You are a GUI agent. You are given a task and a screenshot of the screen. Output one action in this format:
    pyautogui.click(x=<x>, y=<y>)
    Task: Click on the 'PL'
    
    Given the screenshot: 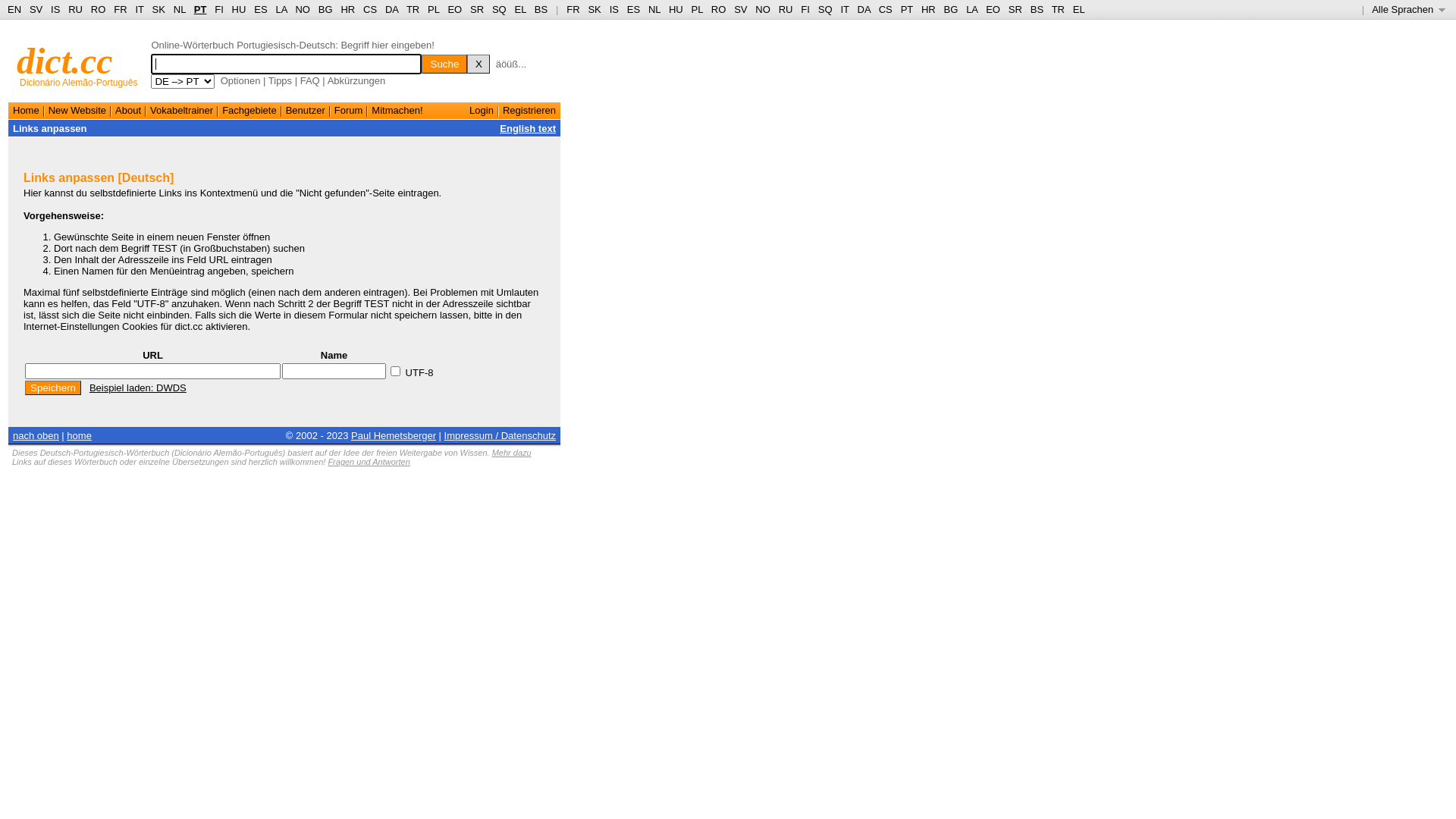 What is the action you would take?
    pyautogui.click(x=432, y=9)
    